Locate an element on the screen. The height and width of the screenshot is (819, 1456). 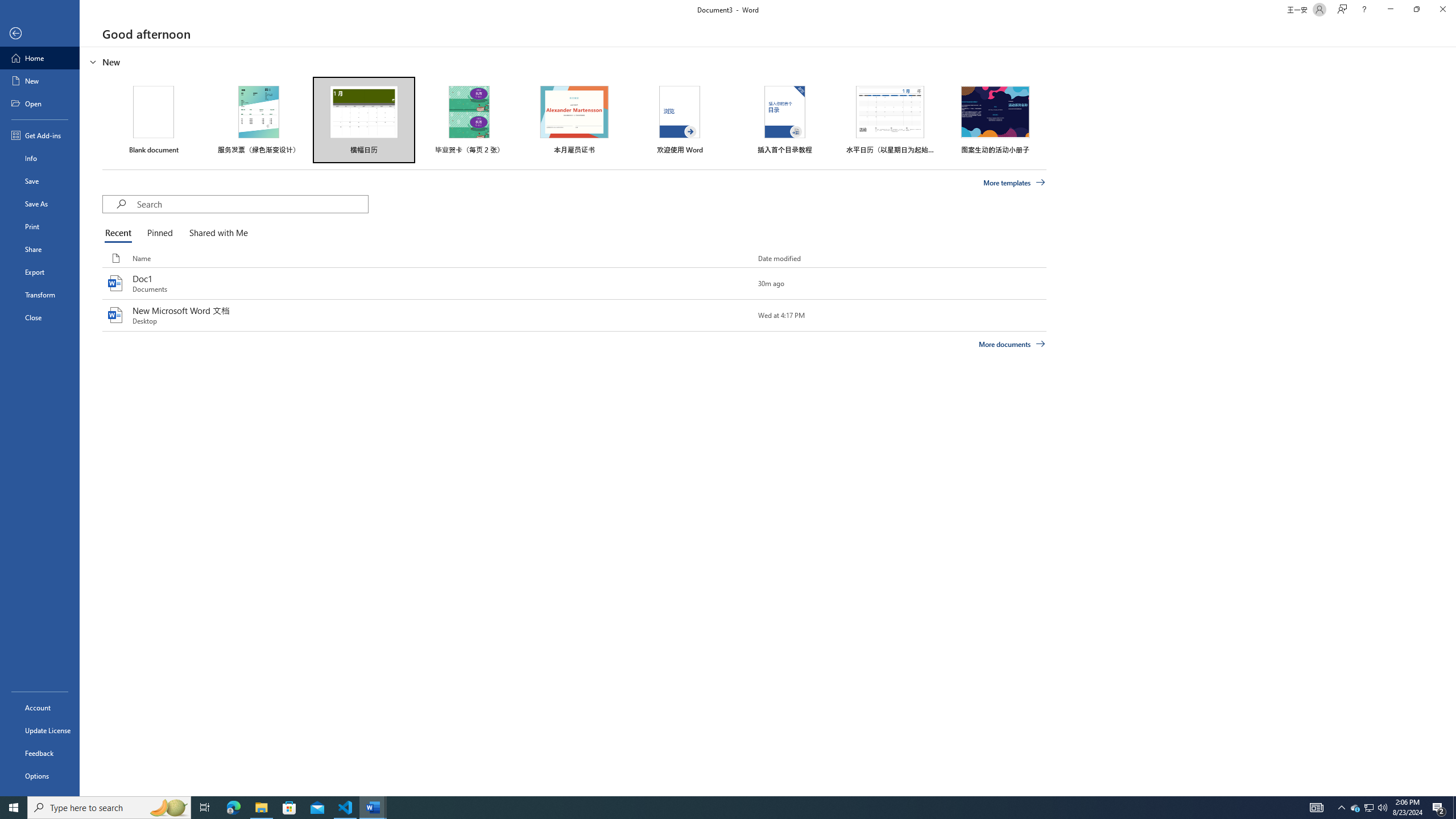
'Hide or show region' is located at coordinates (93, 61).